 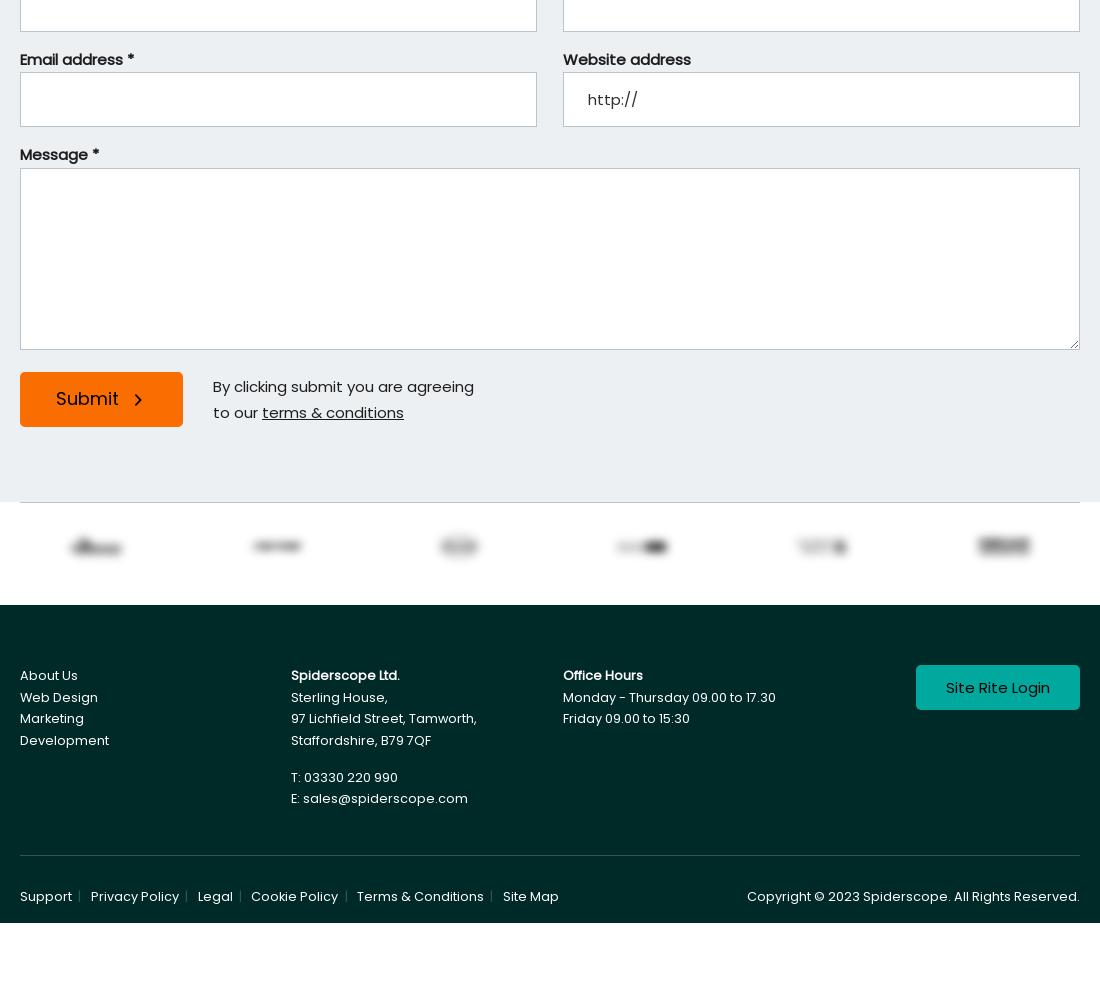 What do you see at coordinates (529, 896) in the screenshot?
I see `'Site Map'` at bounding box center [529, 896].